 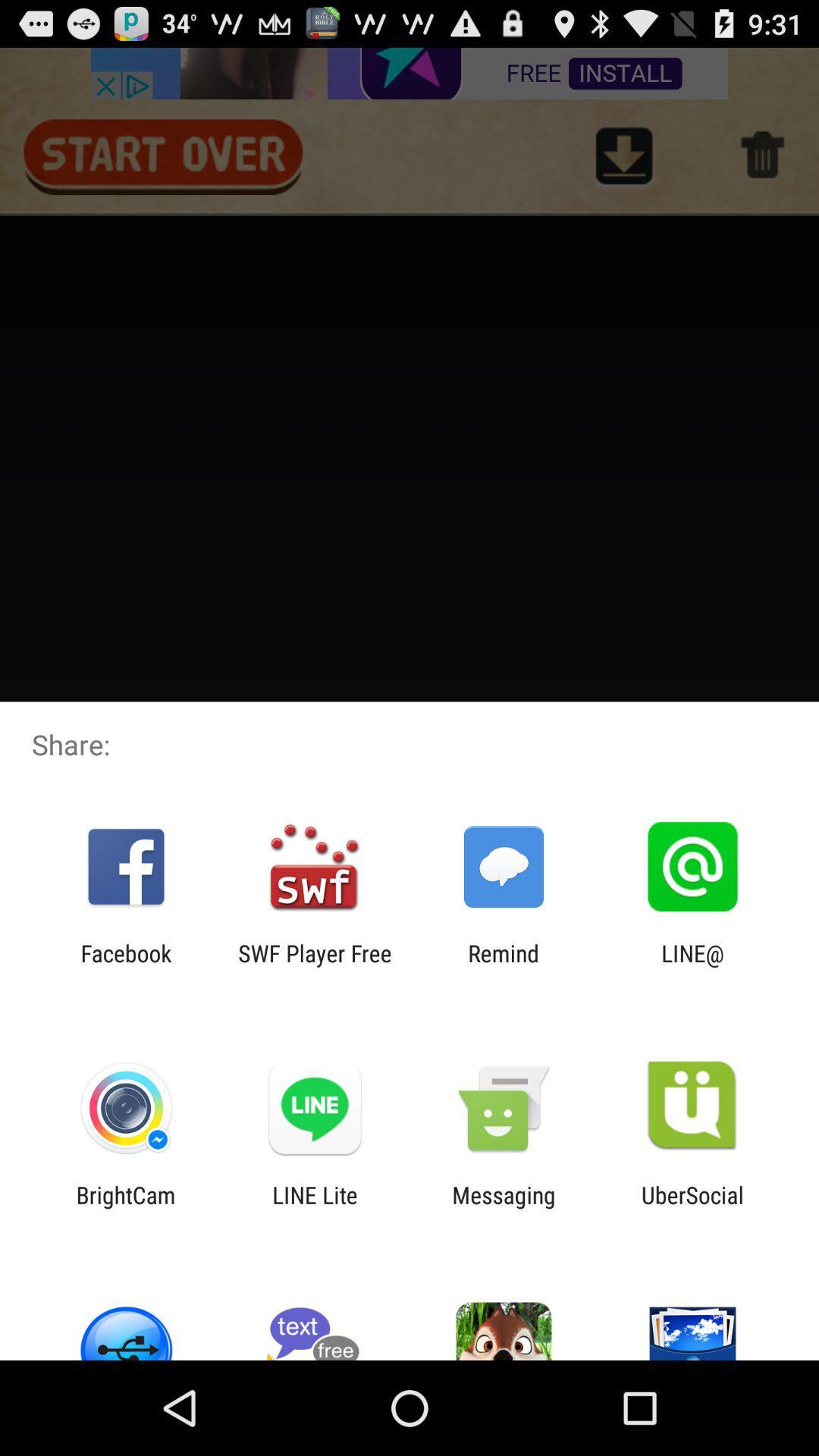 What do you see at coordinates (504, 966) in the screenshot?
I see `remind app` at bounding box center [504, 966].